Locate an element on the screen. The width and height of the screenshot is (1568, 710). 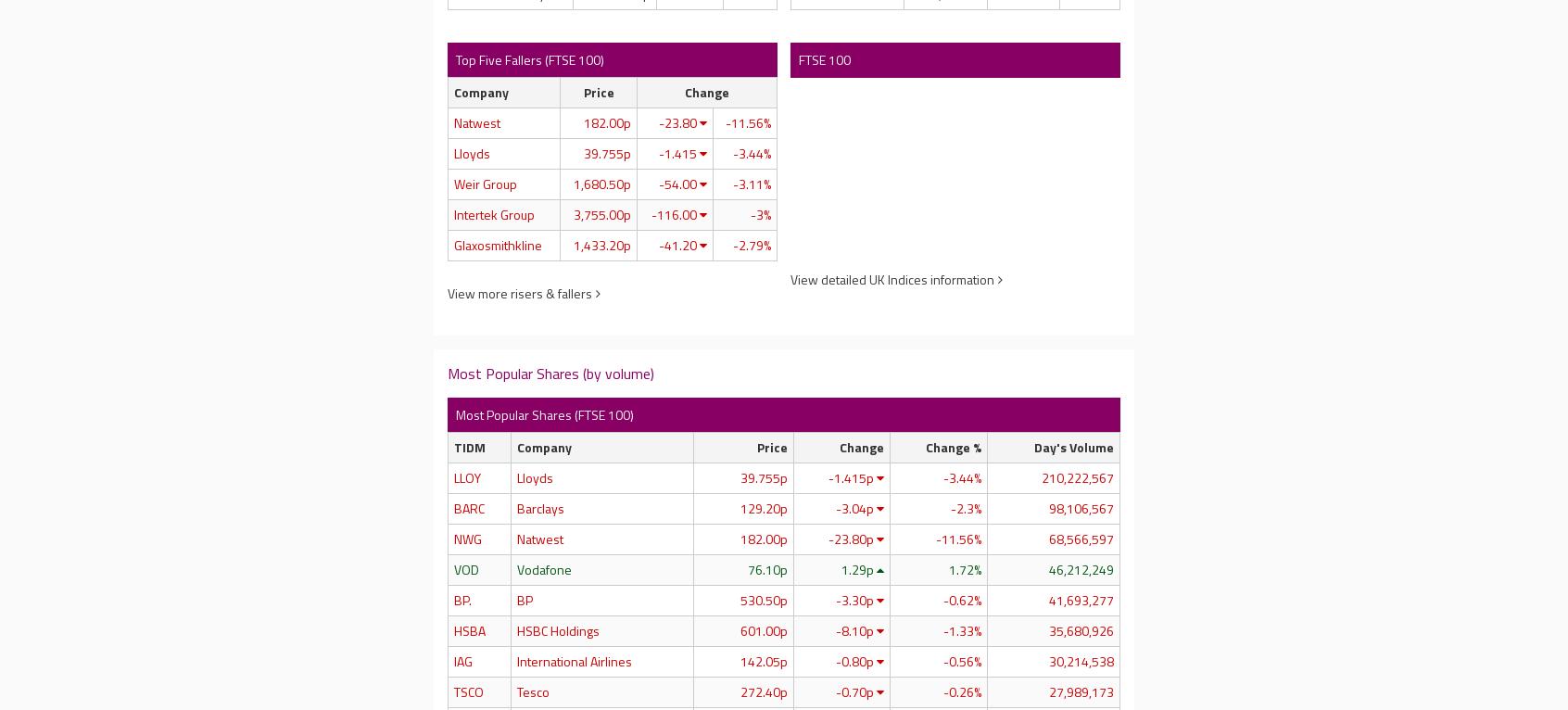
'-3%' is located at coordinates (759, 212).